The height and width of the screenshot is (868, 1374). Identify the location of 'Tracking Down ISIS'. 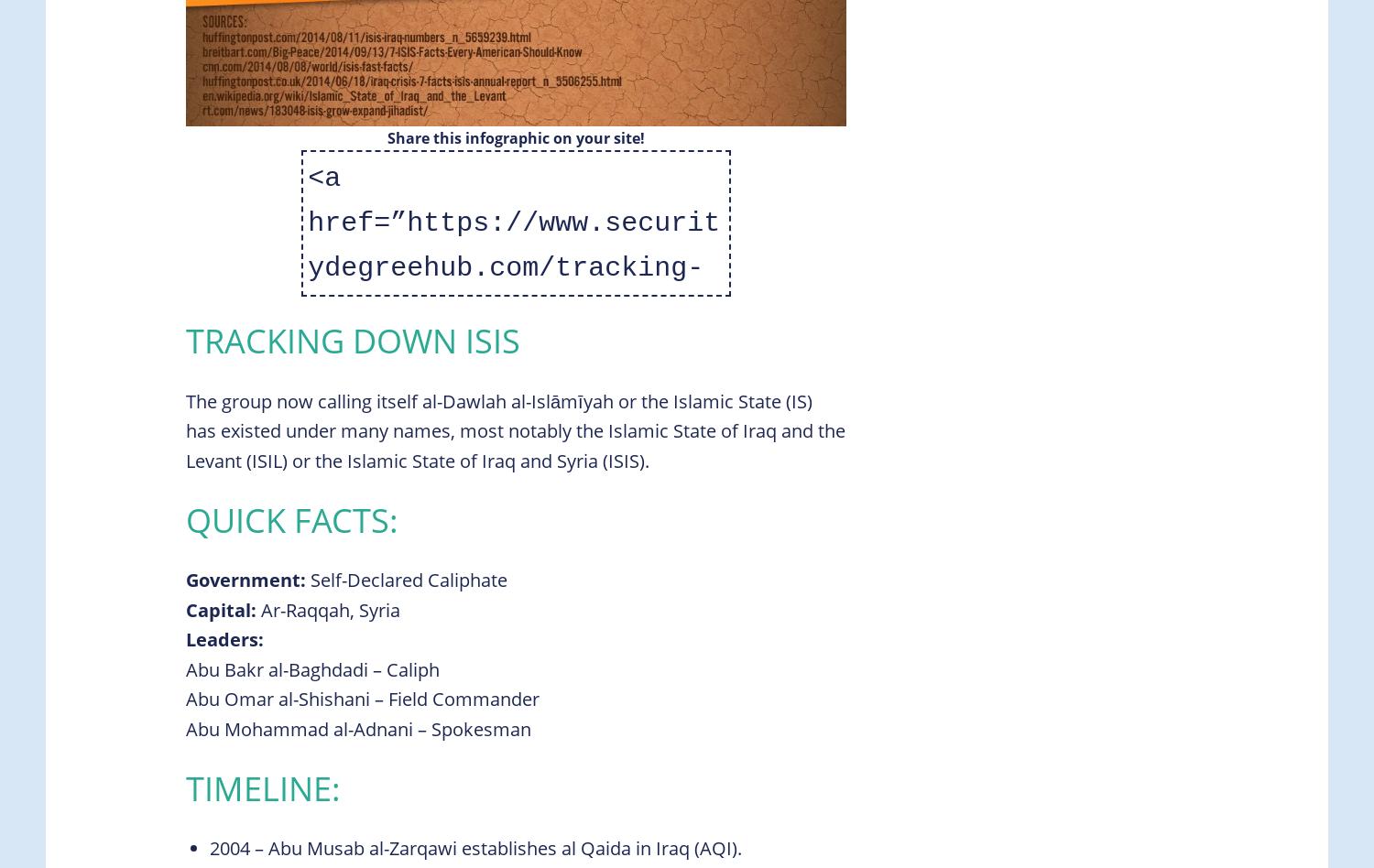
(353, 340).